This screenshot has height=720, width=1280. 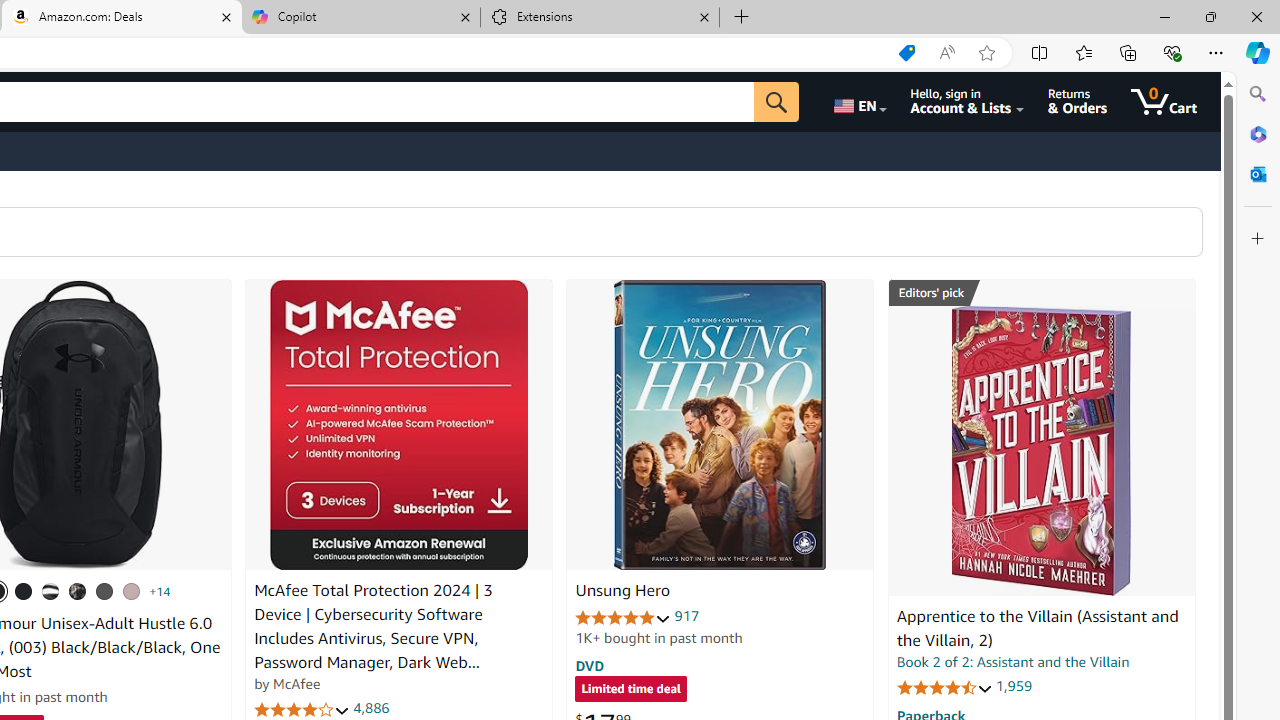 I want to click on '(005) Black Full Heather / Black / Metallic Gold', so click(x=103, y=590).